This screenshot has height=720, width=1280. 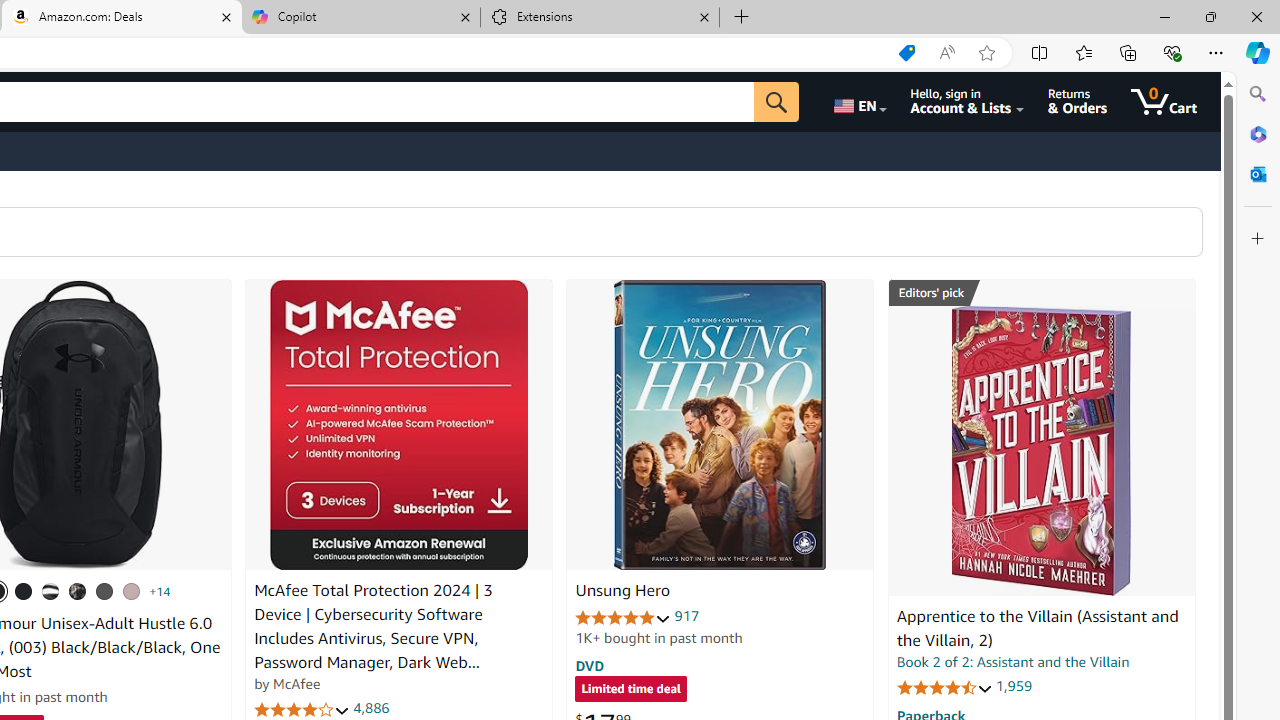 I want to click on '(005) Black Full Heather / Black / Metallic Gold', so click(x=103, y=590).